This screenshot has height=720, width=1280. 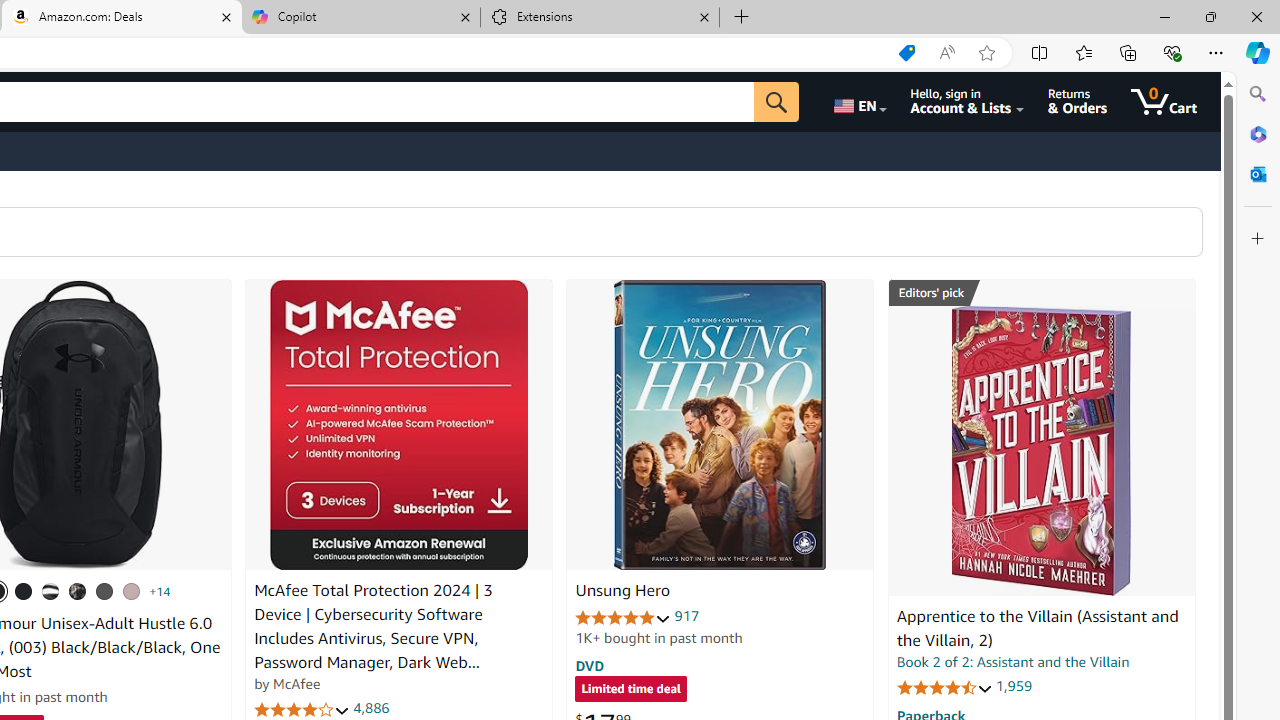 I want to click on '(005) Black Full Heather / Black / Metallic Gold', so click(x=103, y=590).